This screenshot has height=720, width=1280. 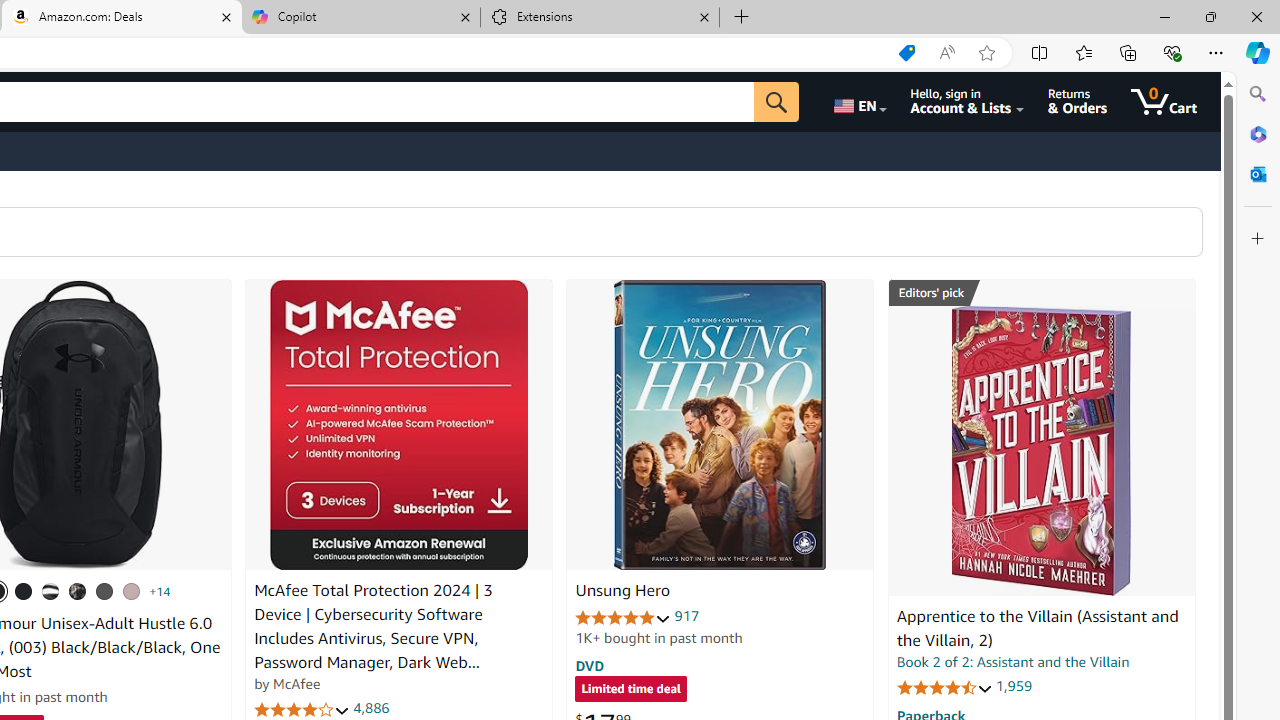 I want to click on '(005) Black Full Heather / Black / Metallic Gold', so click(x=103, y=590).